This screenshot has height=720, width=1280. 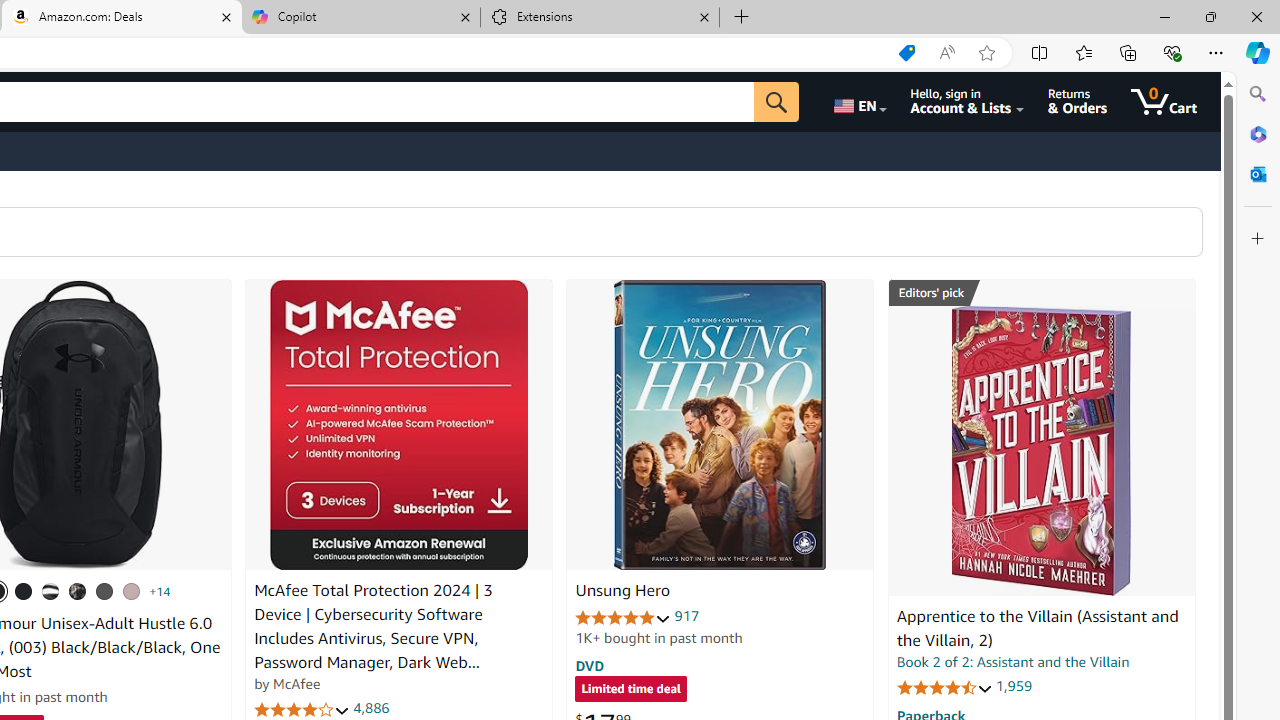 I want to click on '(005) Black Full Heather / Black / Metallic Gold', so click(x=103, y=590).